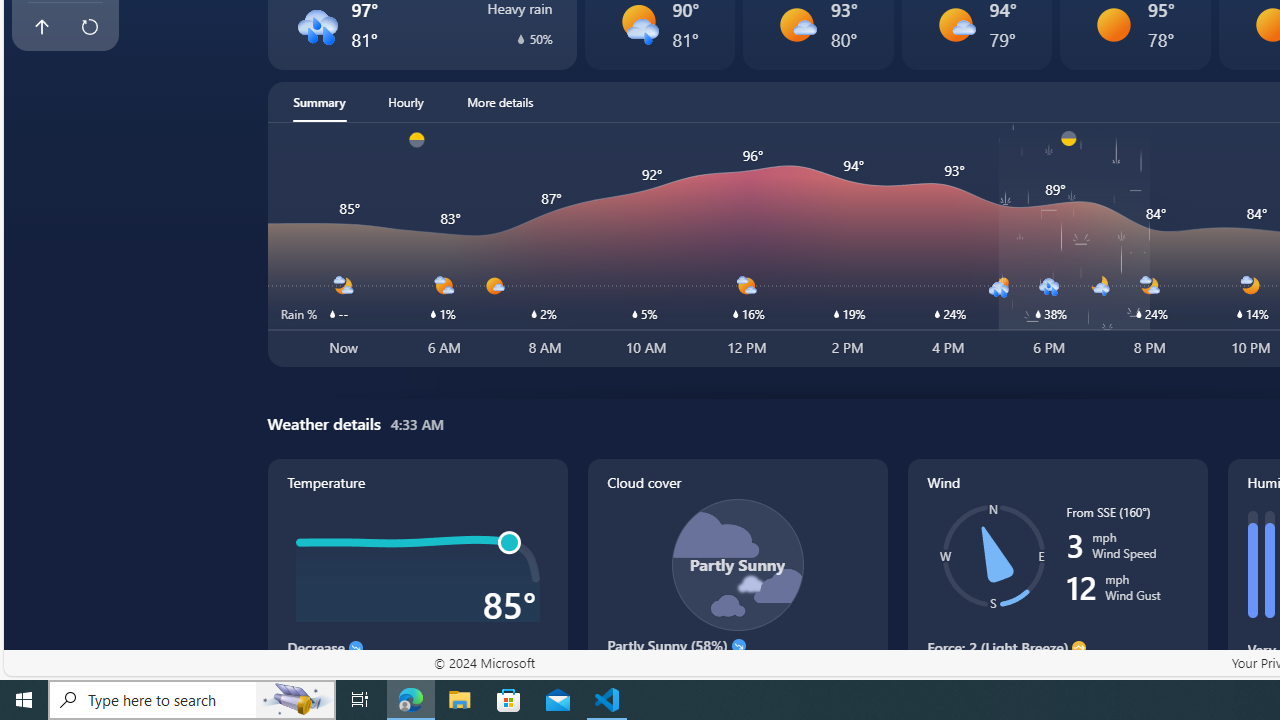 The image size is (1280, 720). I want to click on 'Wind', so click(1056, 584).